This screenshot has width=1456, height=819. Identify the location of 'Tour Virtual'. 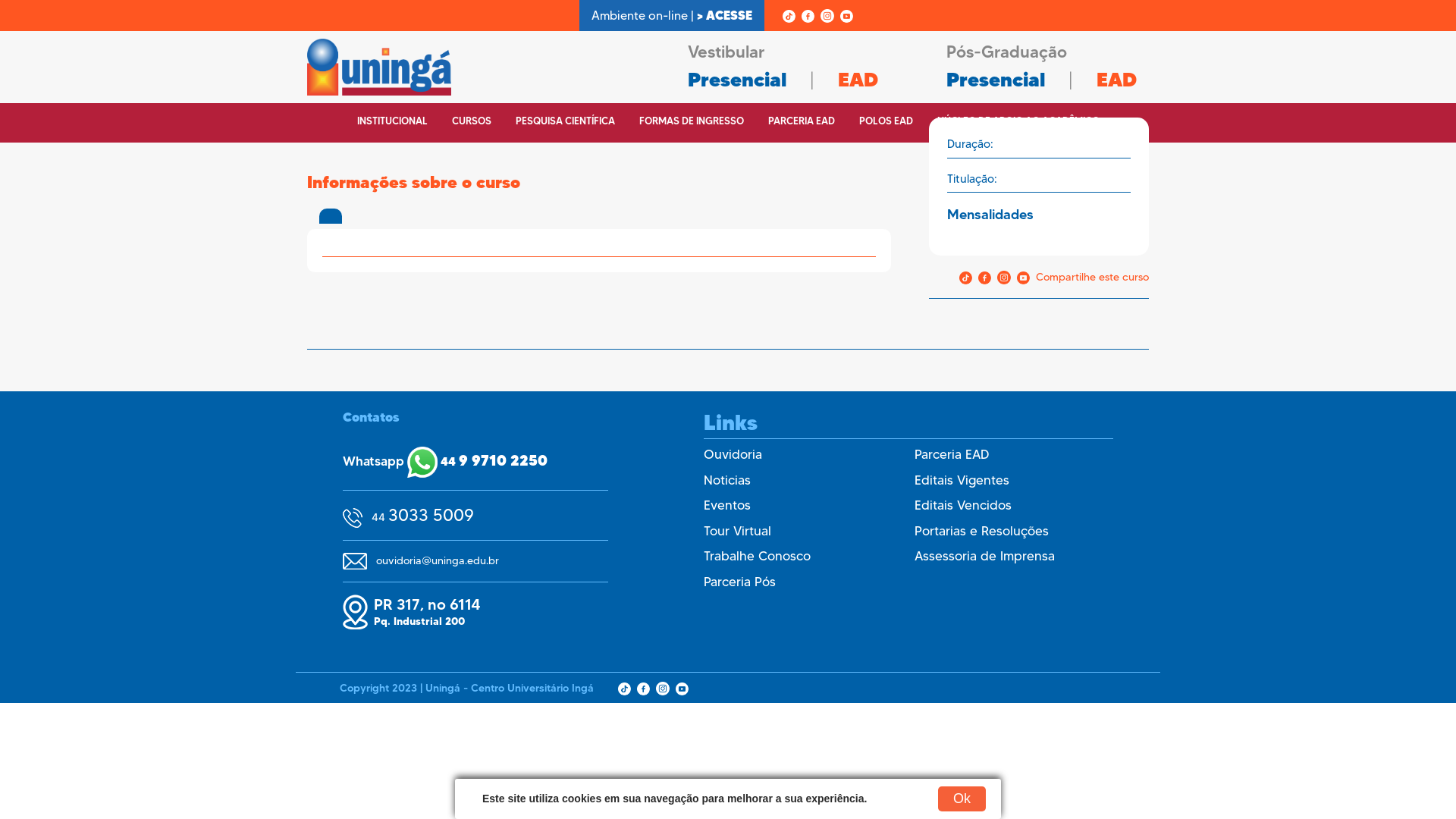
(802, 531).